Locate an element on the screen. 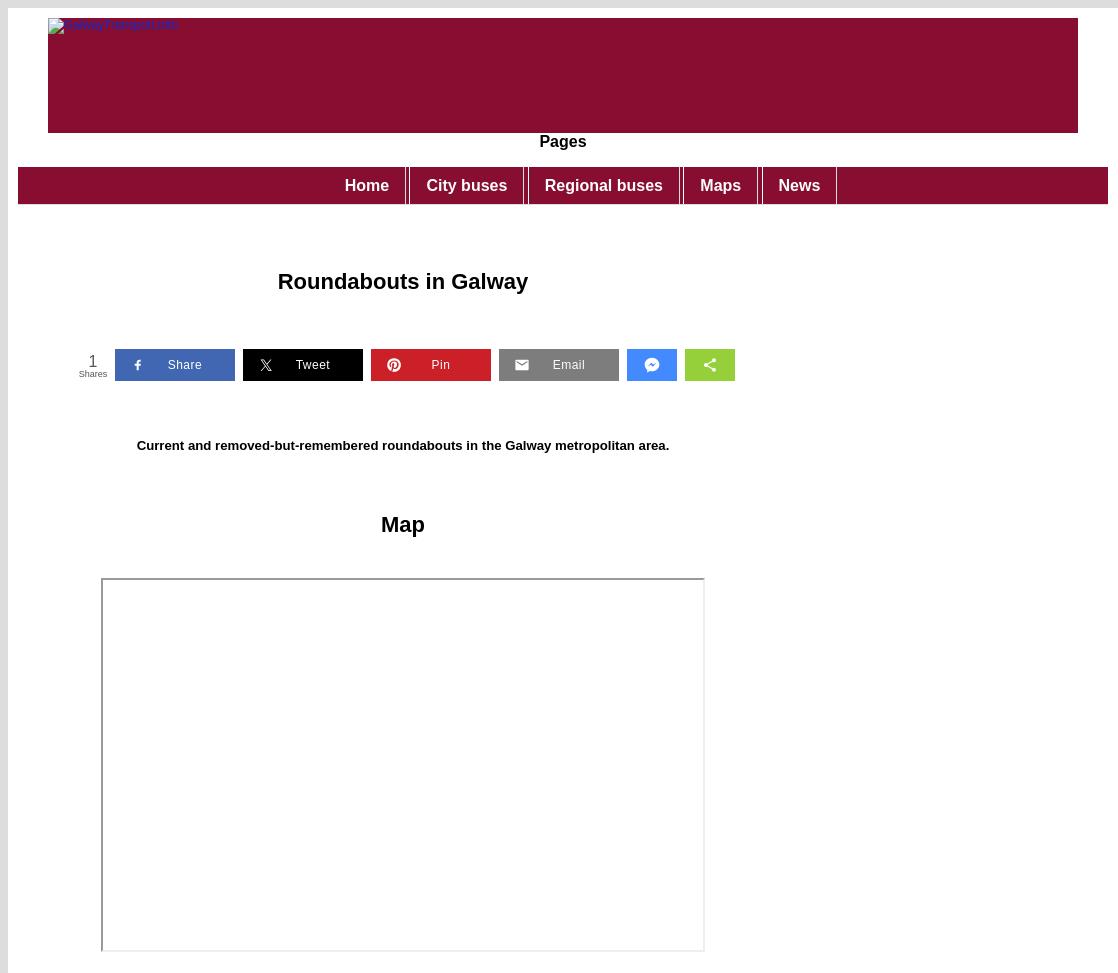  'Home' is located at coordinates (365, 184).